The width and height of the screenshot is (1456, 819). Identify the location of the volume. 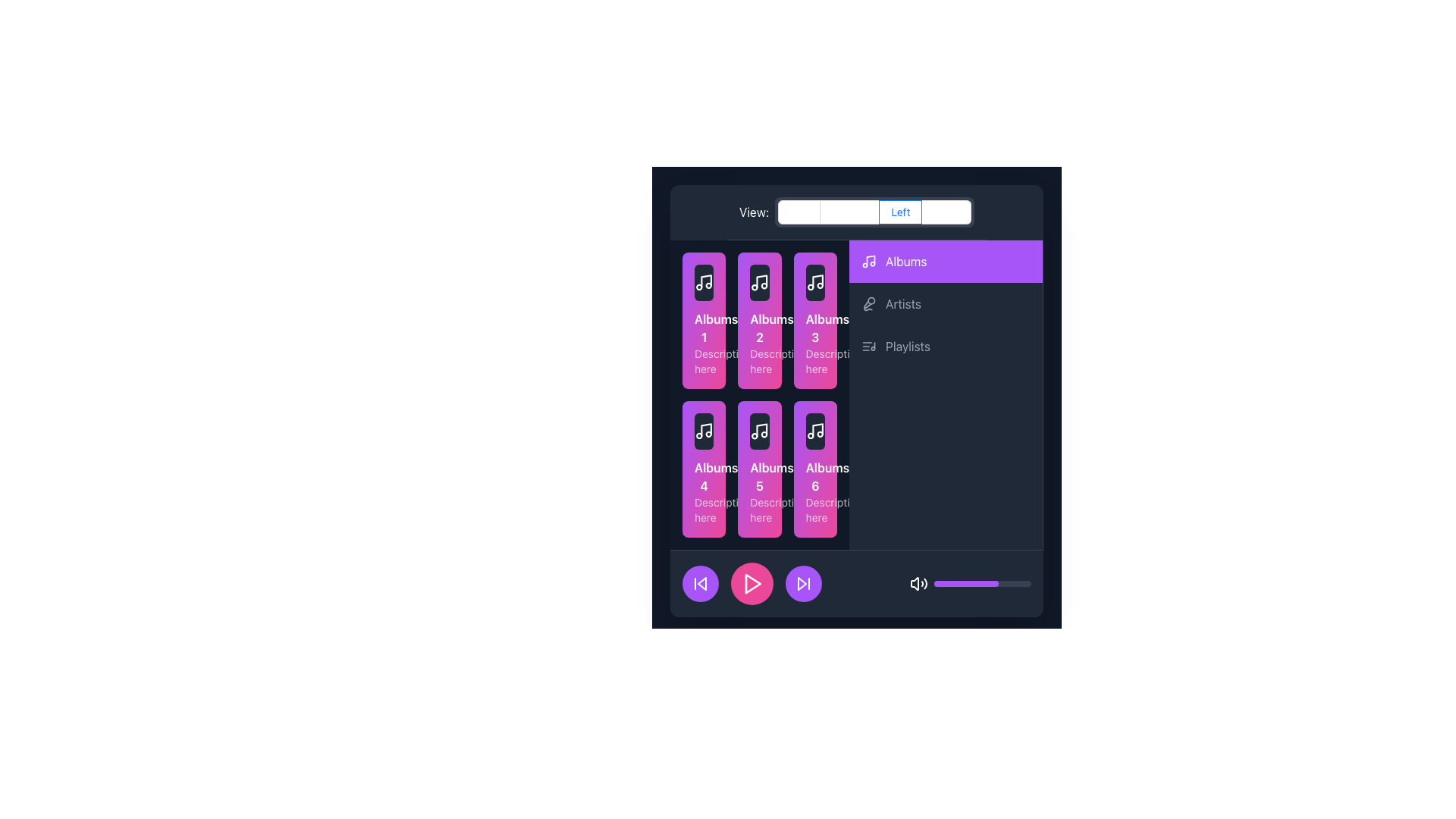
(958, 583).